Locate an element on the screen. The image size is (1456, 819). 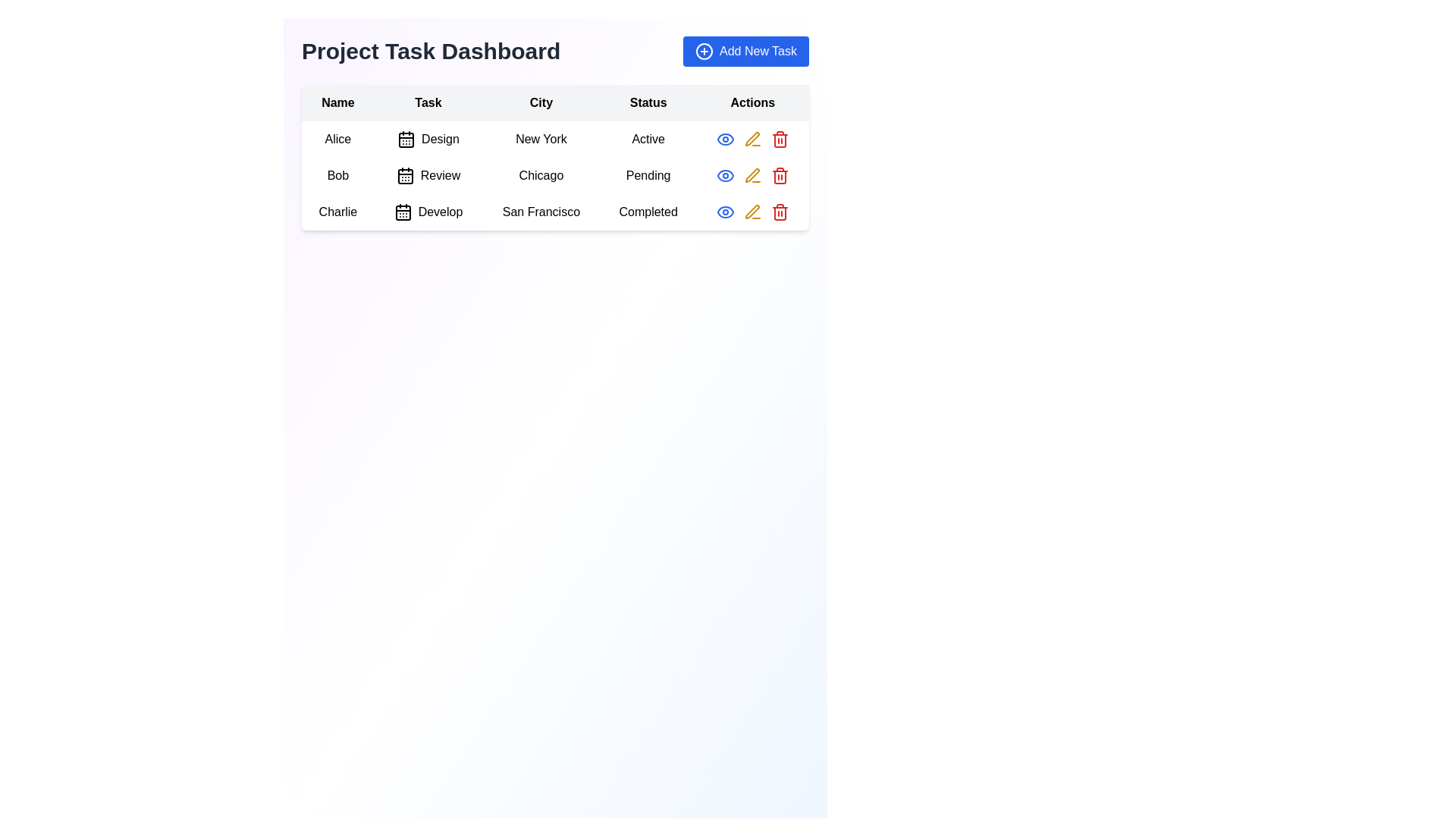
the header text element that reads 'Project Task Dashboard', which is prominently styled in bold and large font size, located at the top-left of the interface is located at coordinates (554, 51).